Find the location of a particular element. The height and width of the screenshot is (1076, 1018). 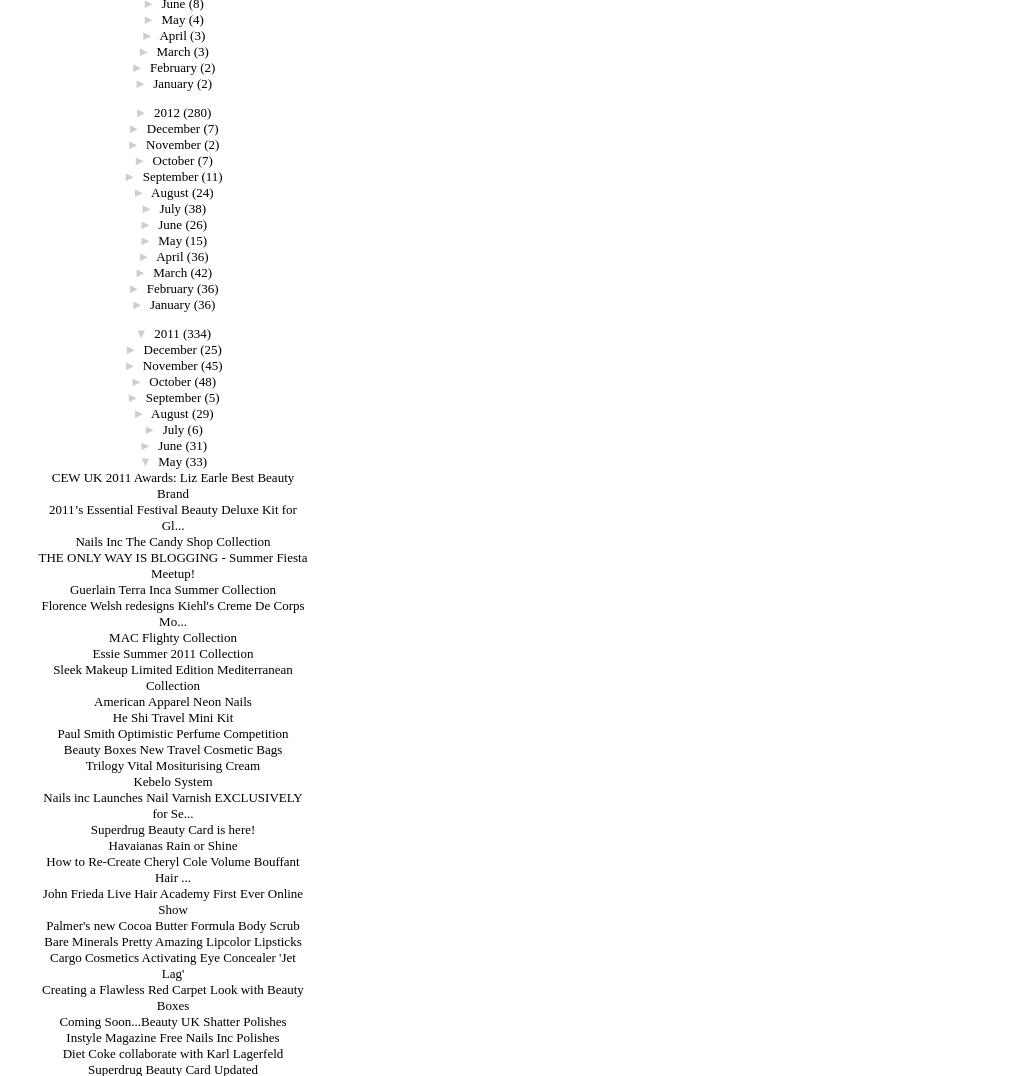

'How to Re-Create Cheryl Cole Volume Bouffant Hair ...' is located at coordinates (172, 869).